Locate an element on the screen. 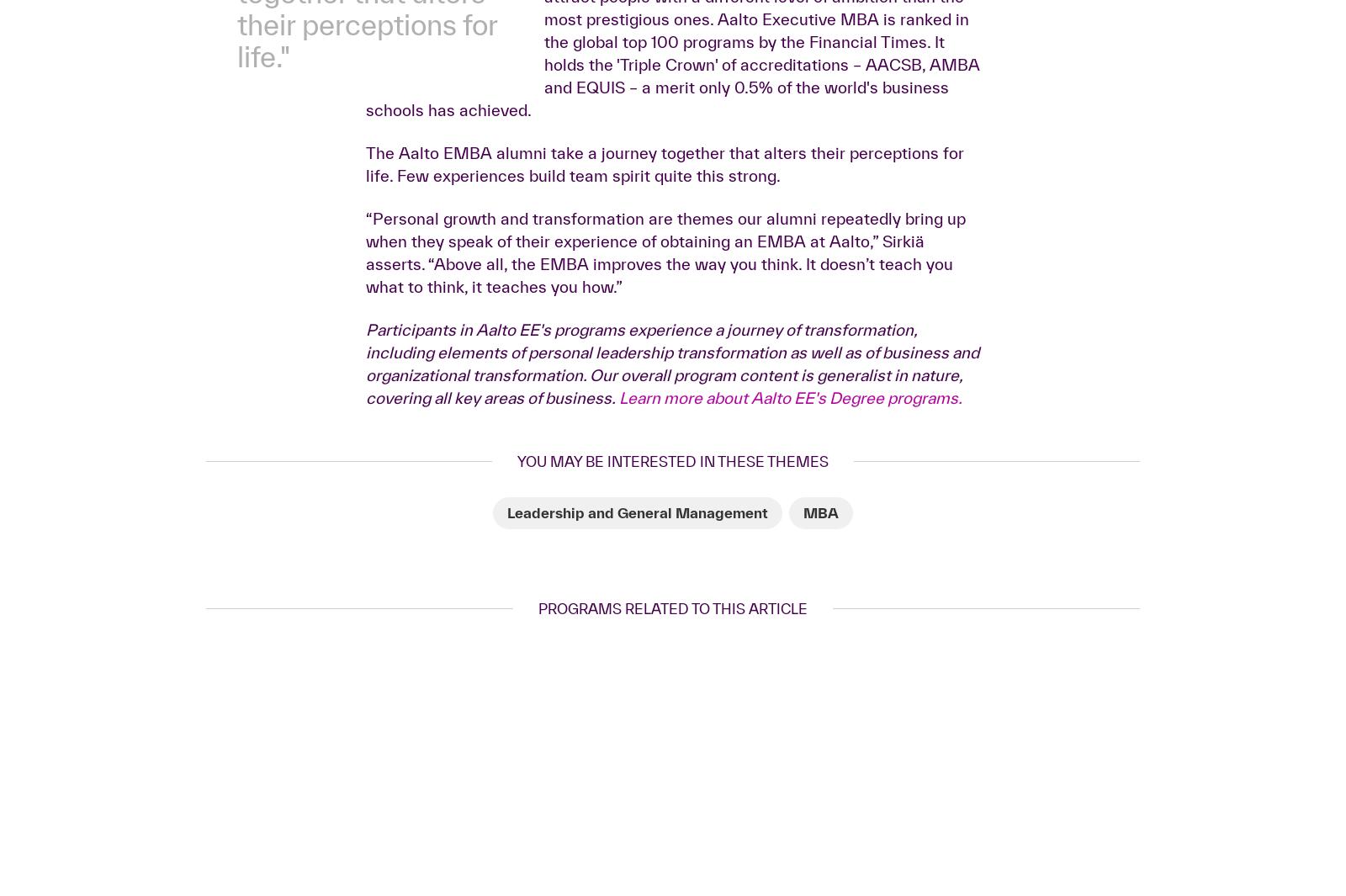 The image size is (1346, 896). '“Personal growth and transformation are themes our alumni repeatedly bring up when they speak of their experience of obtaining an EMBA at Aalto,” Sirkiä asserts. “Above all, the EMBA improves the way you think. It doesn’t teach you what to think, it teaches you how.”' is located at coordinates (665, 517).